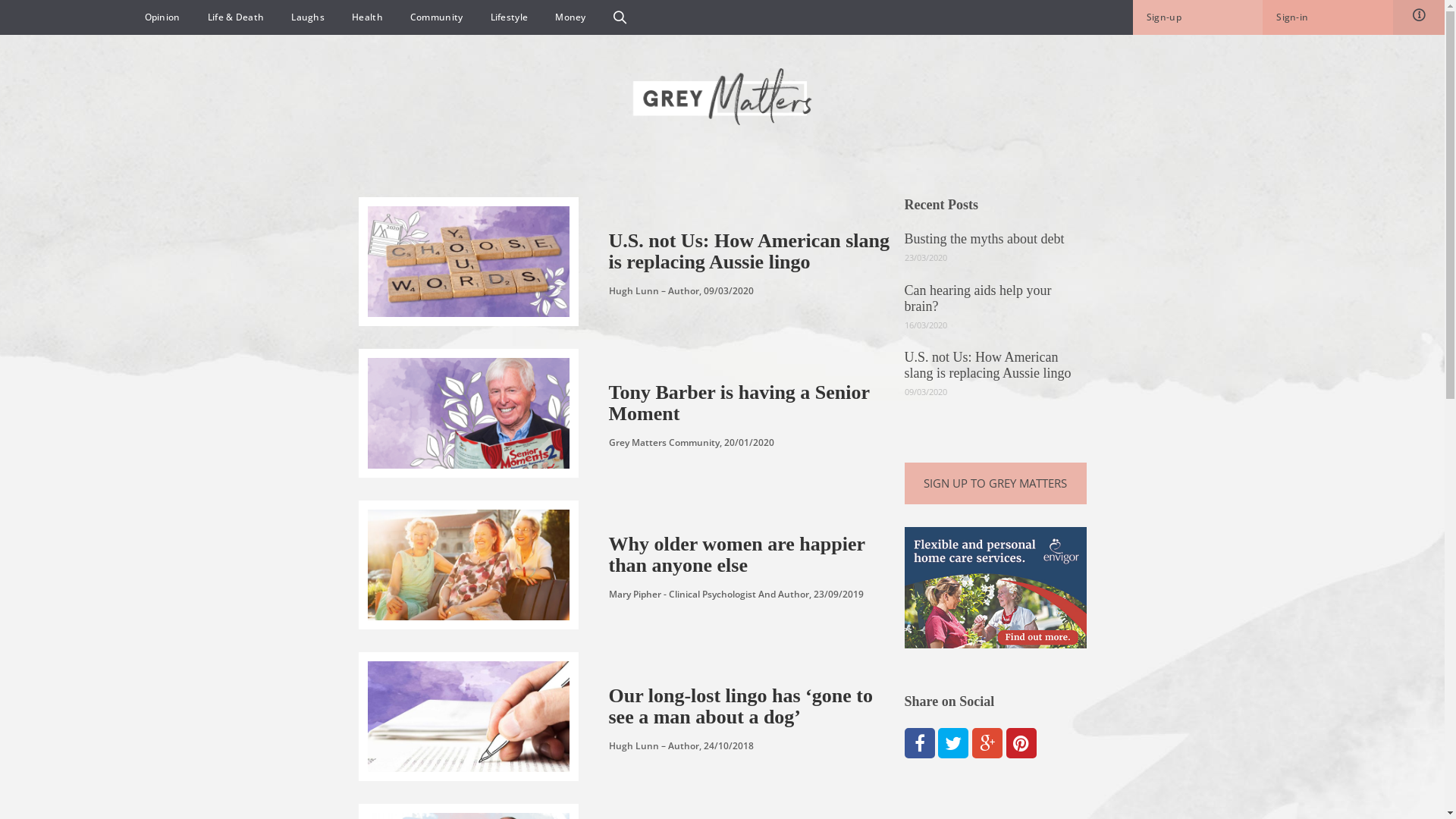  What do you see at coordinates (994, 483) in the screenshot?
I see `'SIGN UP TO GREY MATTERS'` at bounding box center [994, 483].